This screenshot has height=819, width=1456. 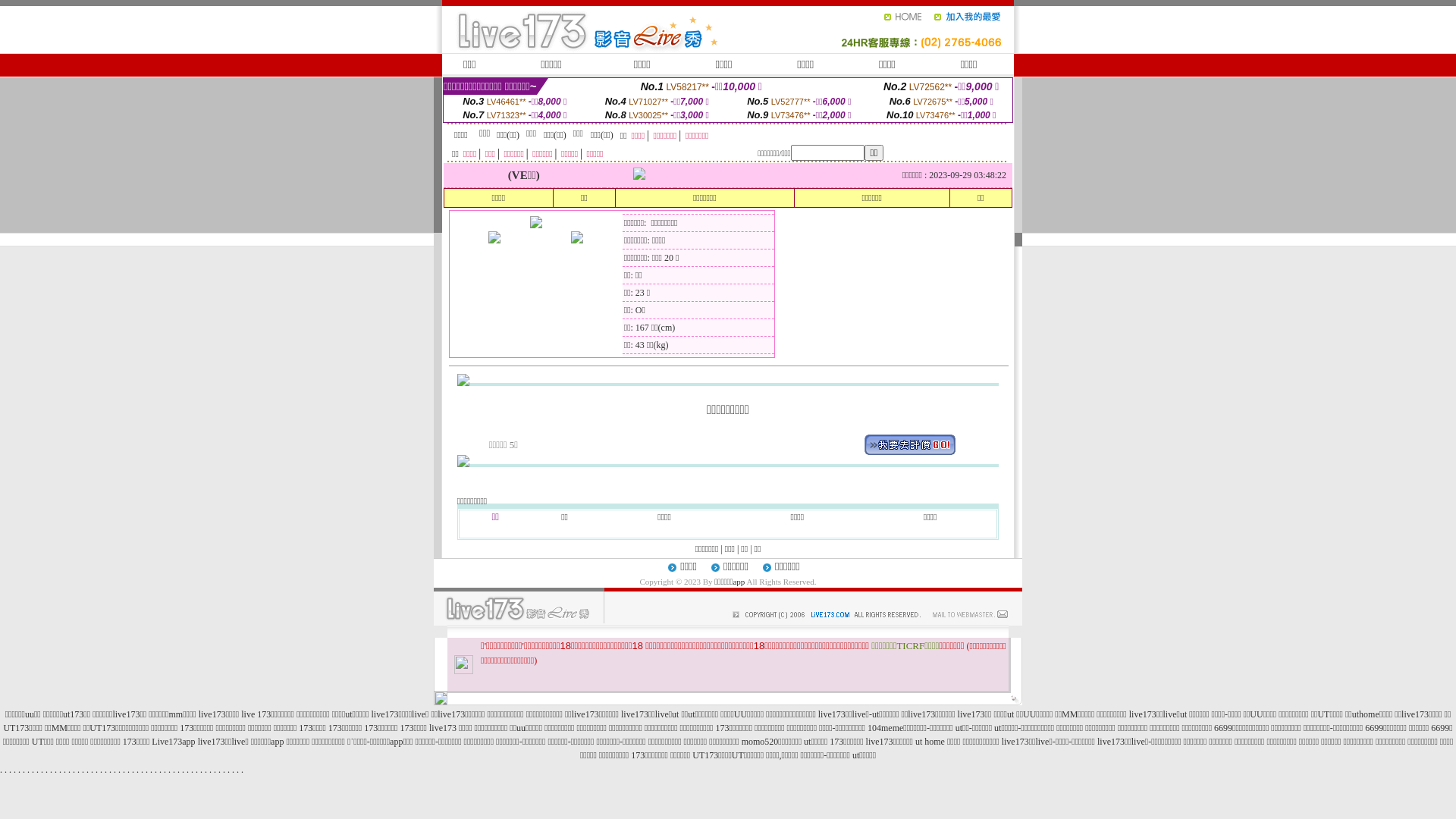 I want to click on '.', so click(x=203, y=769).